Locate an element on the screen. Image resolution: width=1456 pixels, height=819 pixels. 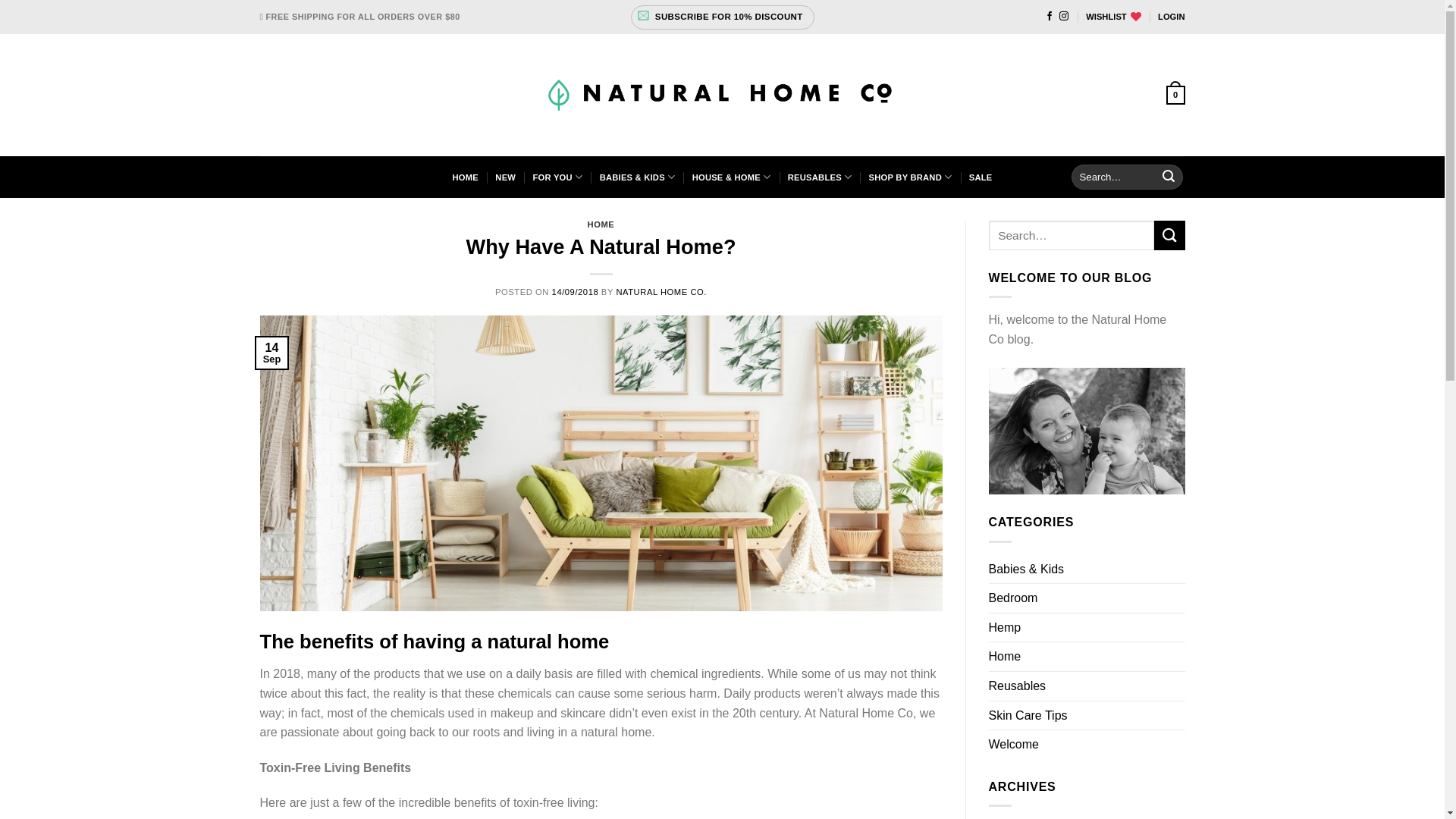
'HOUSE & HOME' is located at coordinates (731, 176).